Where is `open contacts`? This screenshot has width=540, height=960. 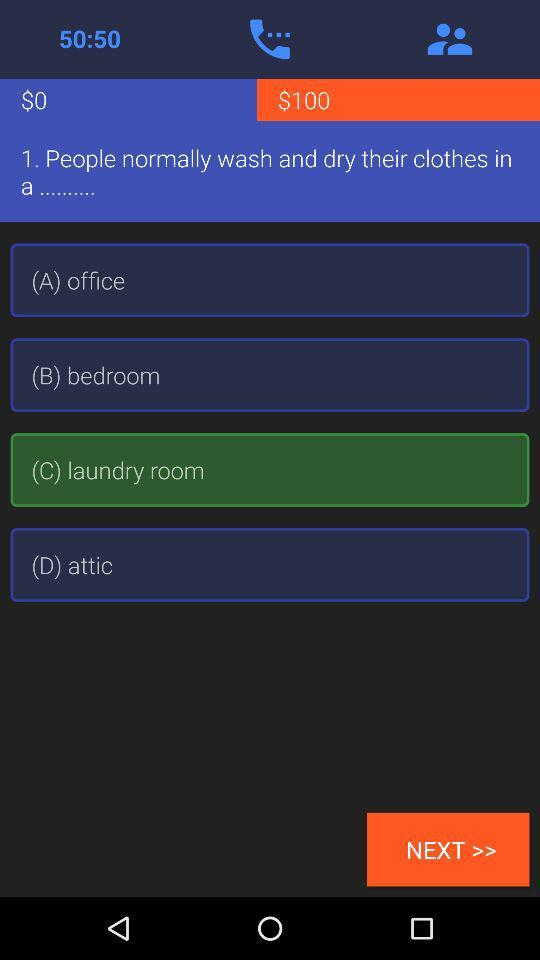 open contacts is located at coordinates (449, 38).